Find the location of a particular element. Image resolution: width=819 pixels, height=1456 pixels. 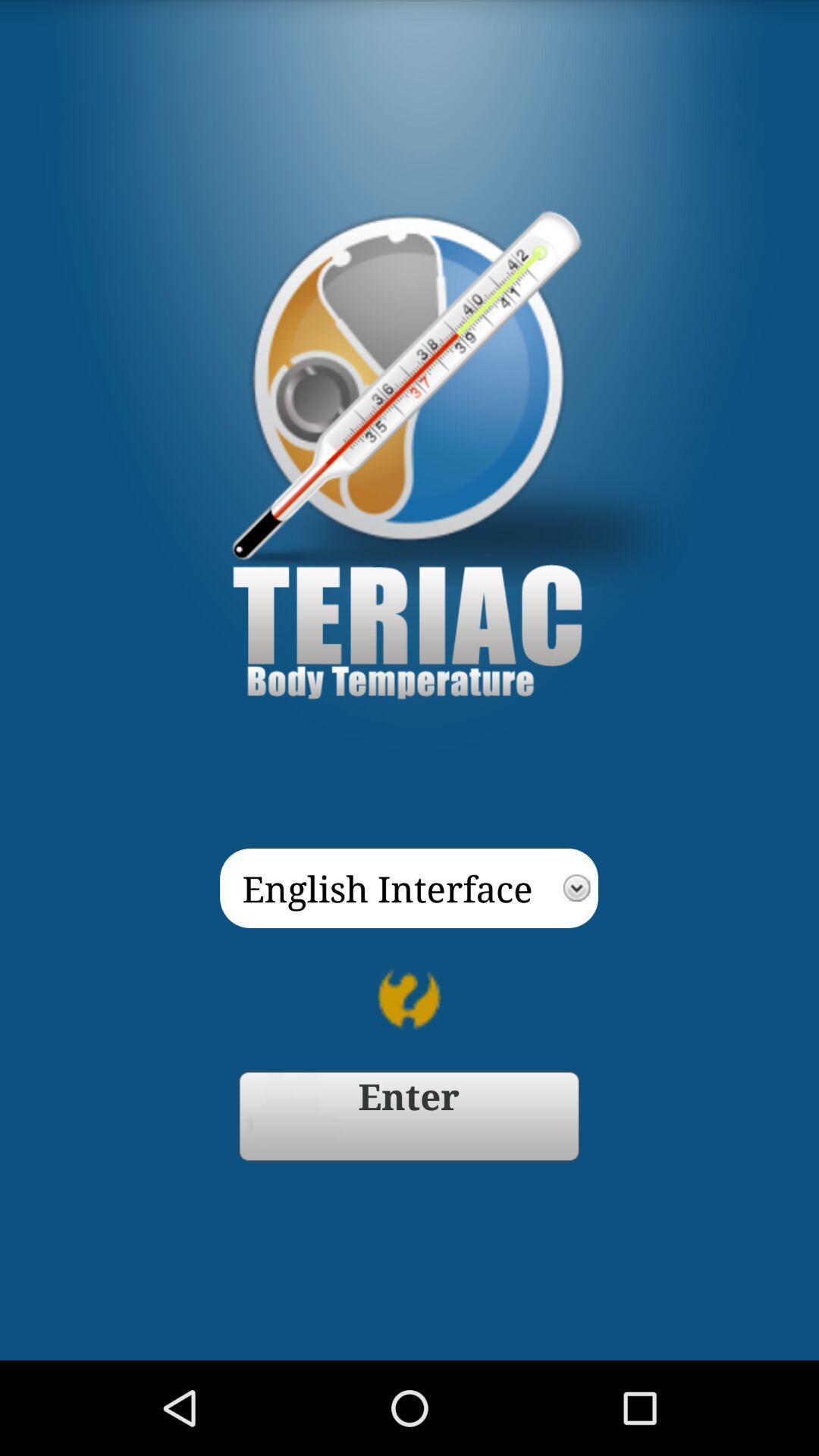

go forward enter is located at coordinates (408, 1116).